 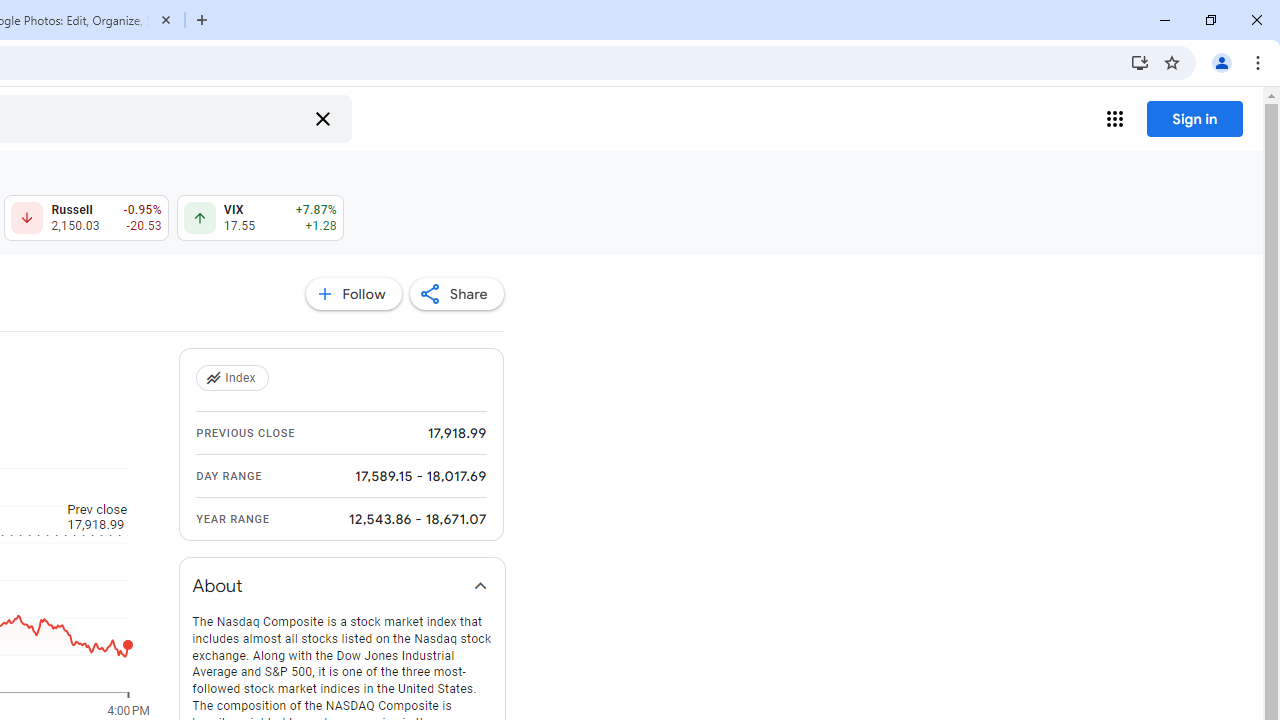 I want to click on 'Follow', so click(x=353, y=294).